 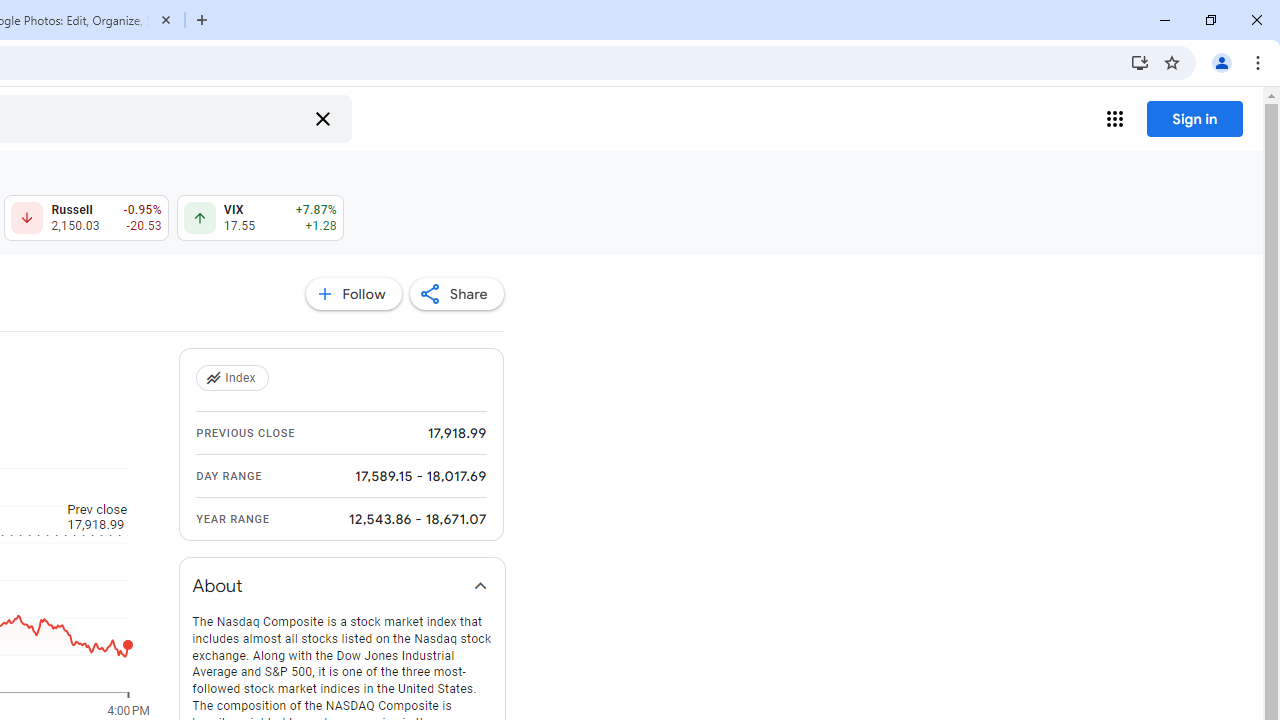 I want to click on 'Follow', so click(x=353, y=294).